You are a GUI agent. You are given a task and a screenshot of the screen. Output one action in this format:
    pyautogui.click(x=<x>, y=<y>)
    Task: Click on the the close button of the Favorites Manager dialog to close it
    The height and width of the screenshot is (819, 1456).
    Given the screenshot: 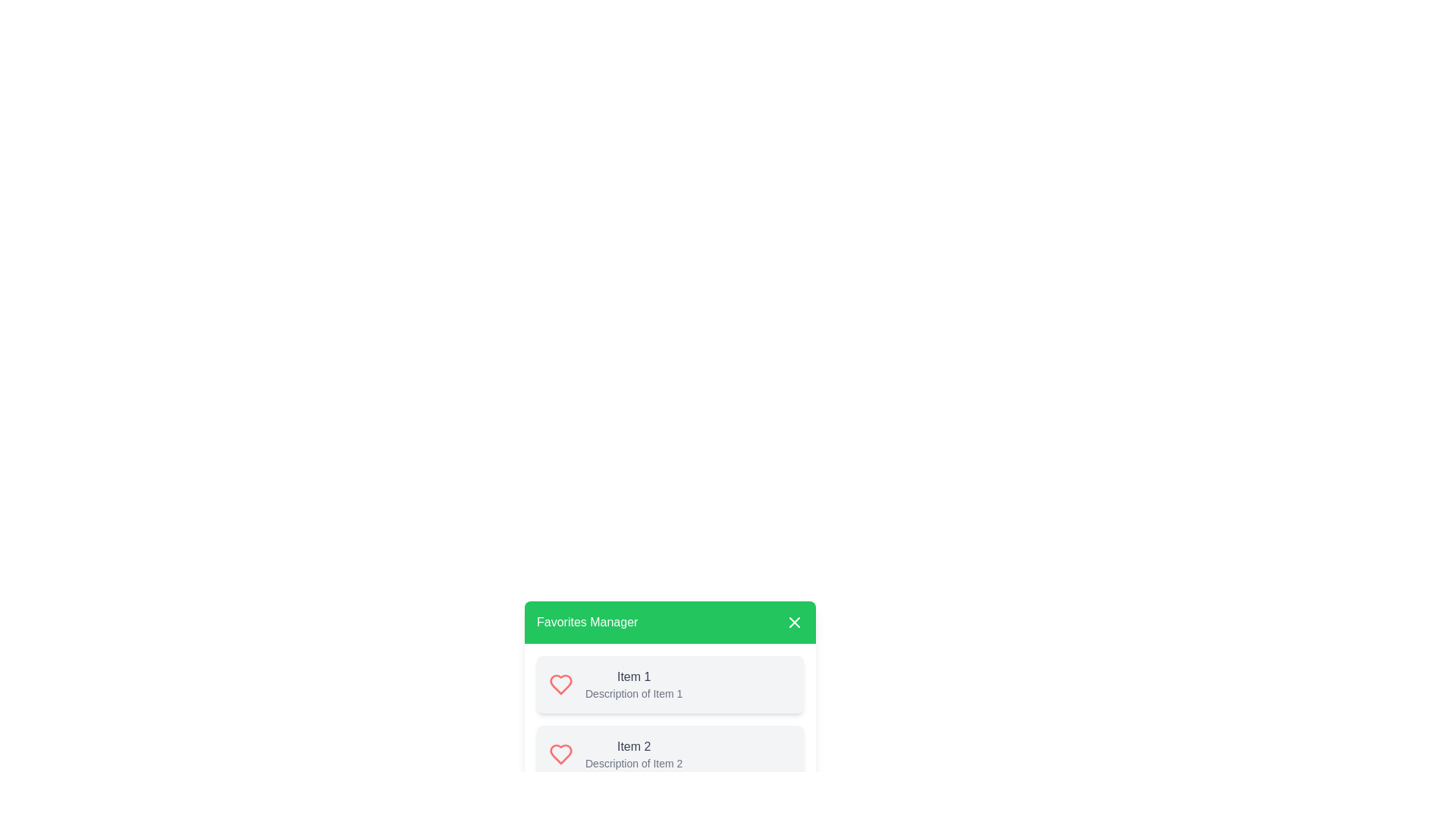 What is the action you would take?
    pyautogui.click(x=793, y=622)
    